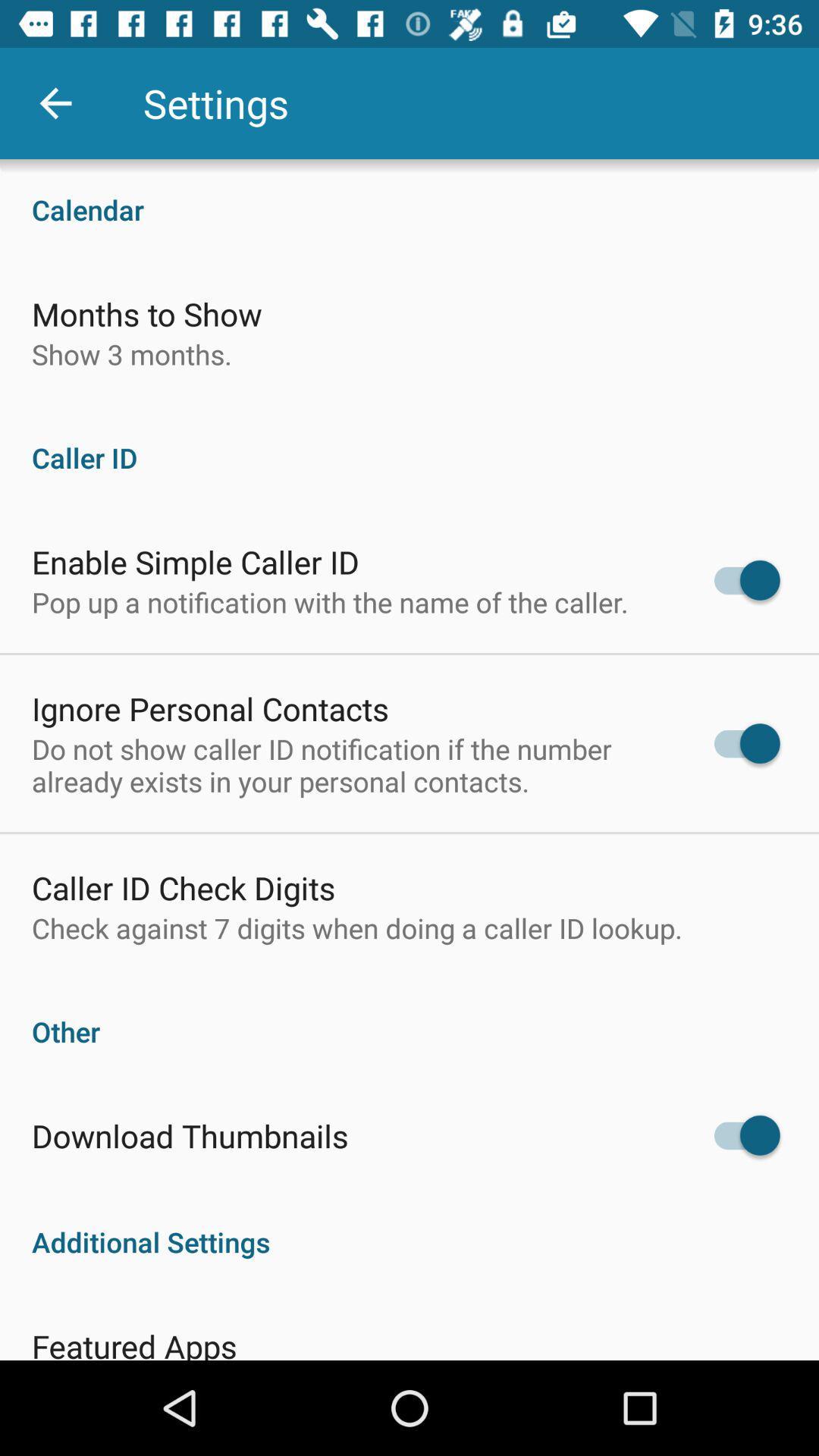  What do you see at coordinates (55, 102) in the screenshot?
I see `icon to the left of the settings item` at bounding box center [55, 102].